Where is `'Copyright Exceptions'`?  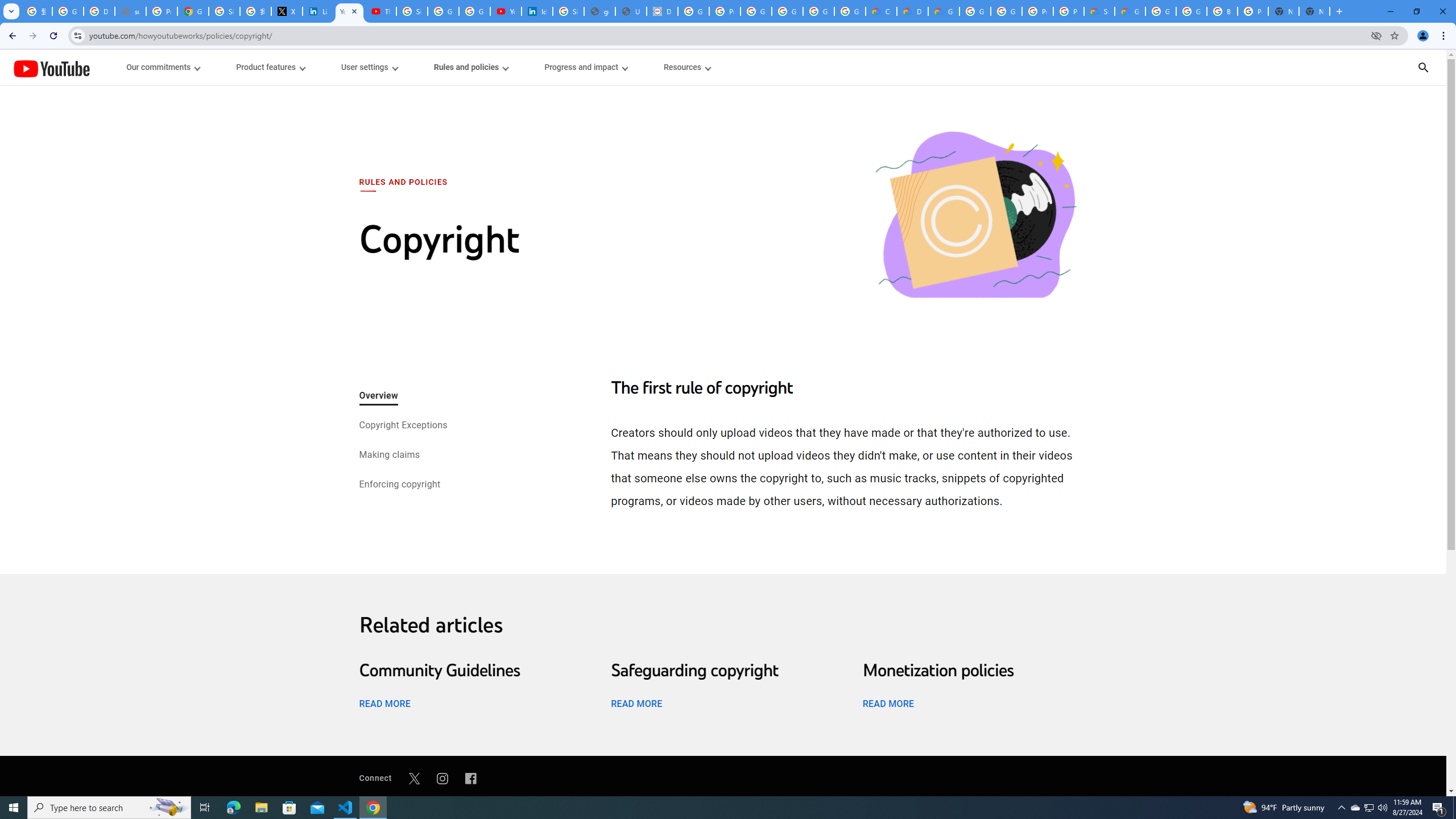 'Copyright Exceptions' is located at coordinates (402, 425).